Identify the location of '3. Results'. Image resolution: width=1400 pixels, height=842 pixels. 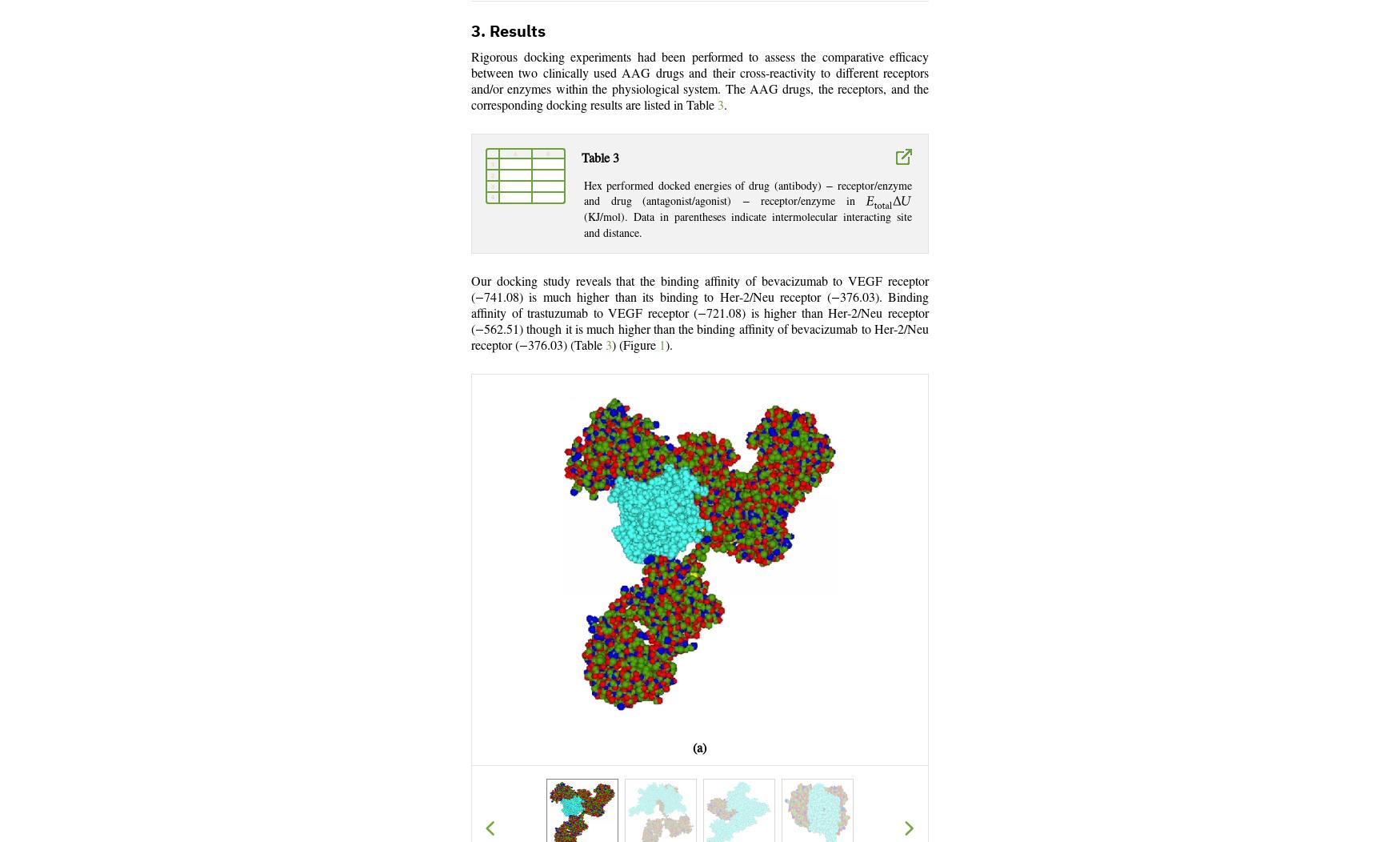
(507, 30).